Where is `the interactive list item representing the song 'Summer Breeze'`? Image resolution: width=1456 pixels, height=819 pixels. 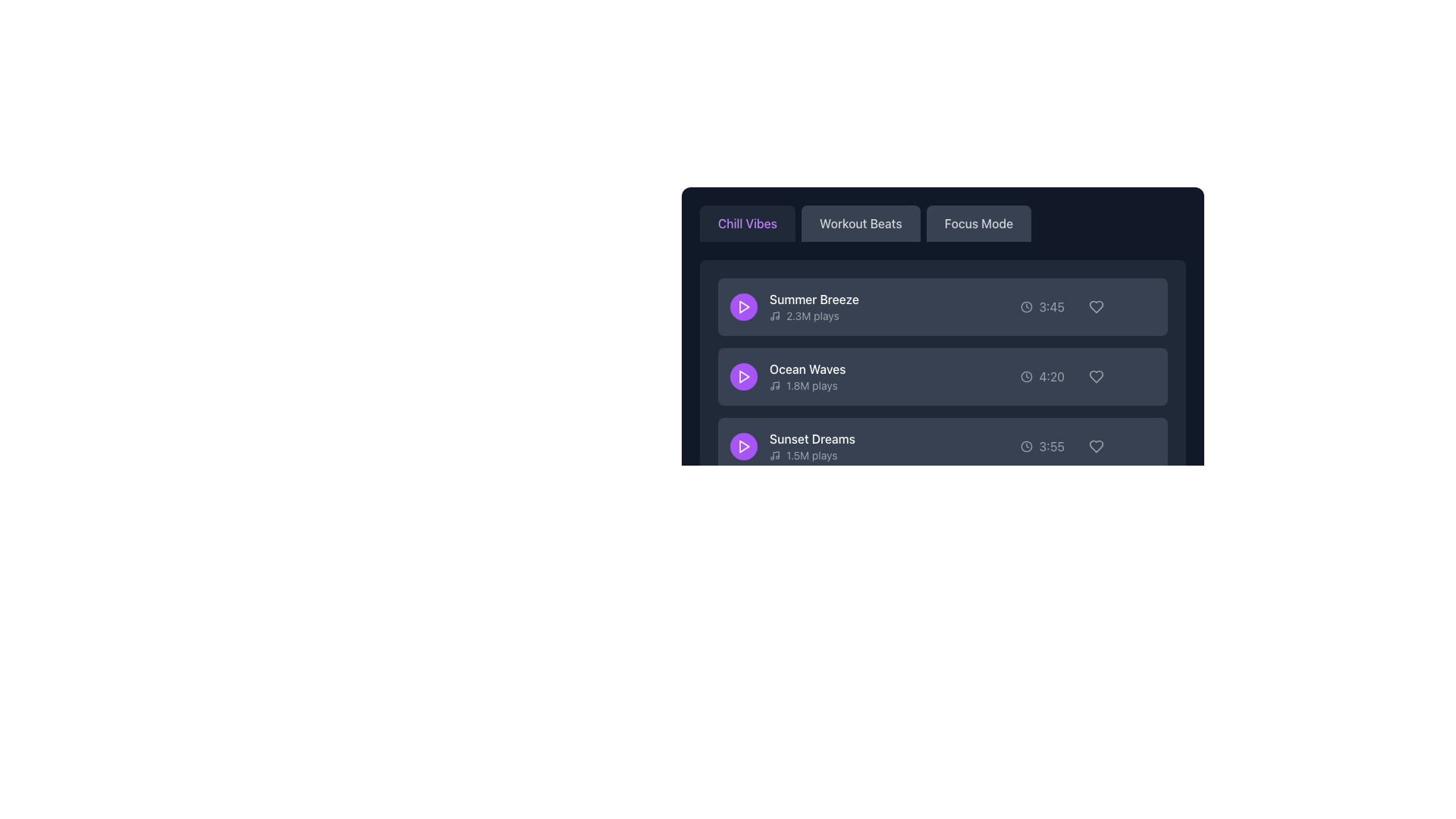
the interactive list item representing the song 'Summer Breeze' is located at coordinates (942, 307).